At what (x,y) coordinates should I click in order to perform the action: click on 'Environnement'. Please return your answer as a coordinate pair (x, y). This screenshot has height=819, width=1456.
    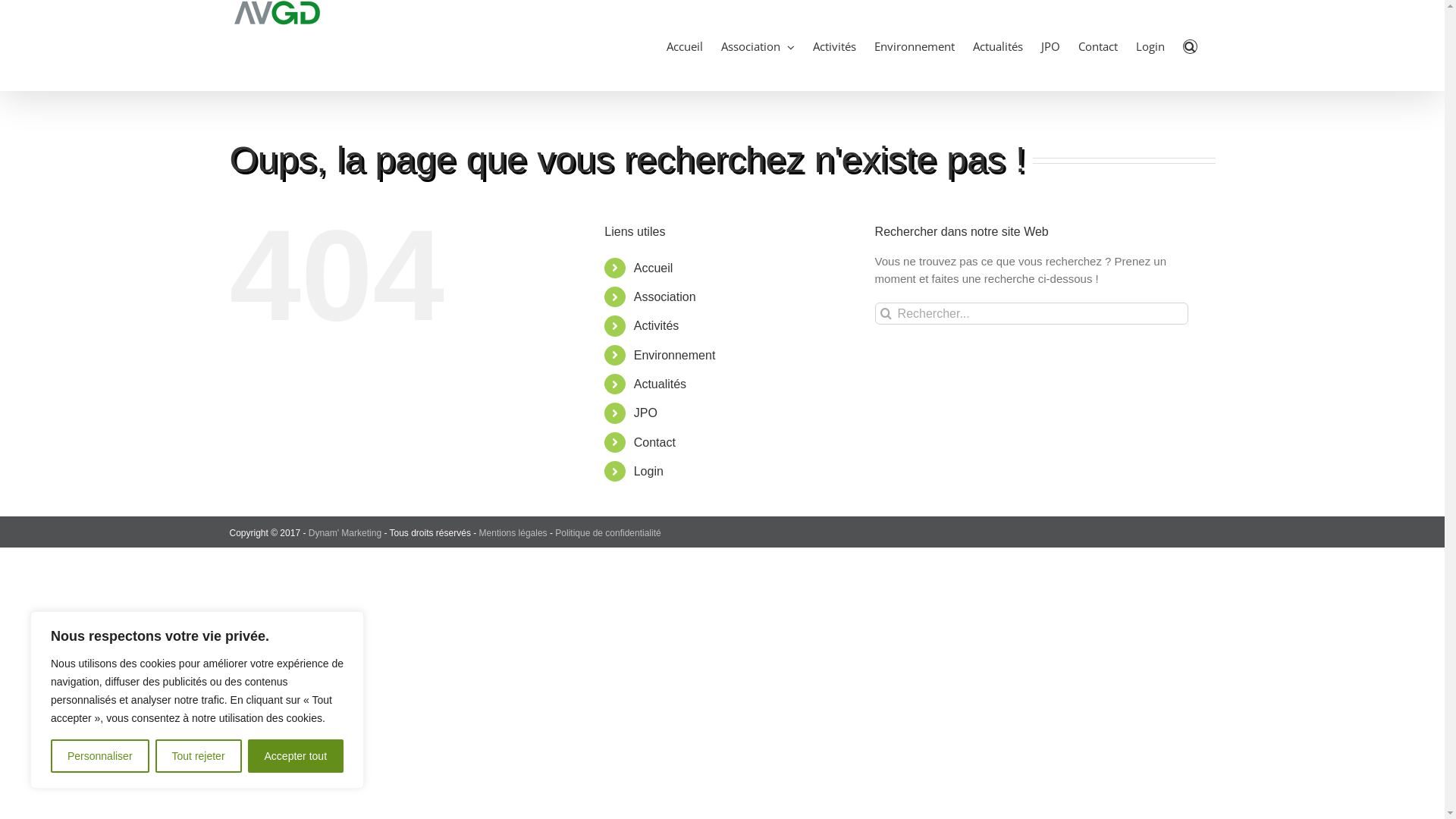
    Looking at the image, I should click on (913, 45).